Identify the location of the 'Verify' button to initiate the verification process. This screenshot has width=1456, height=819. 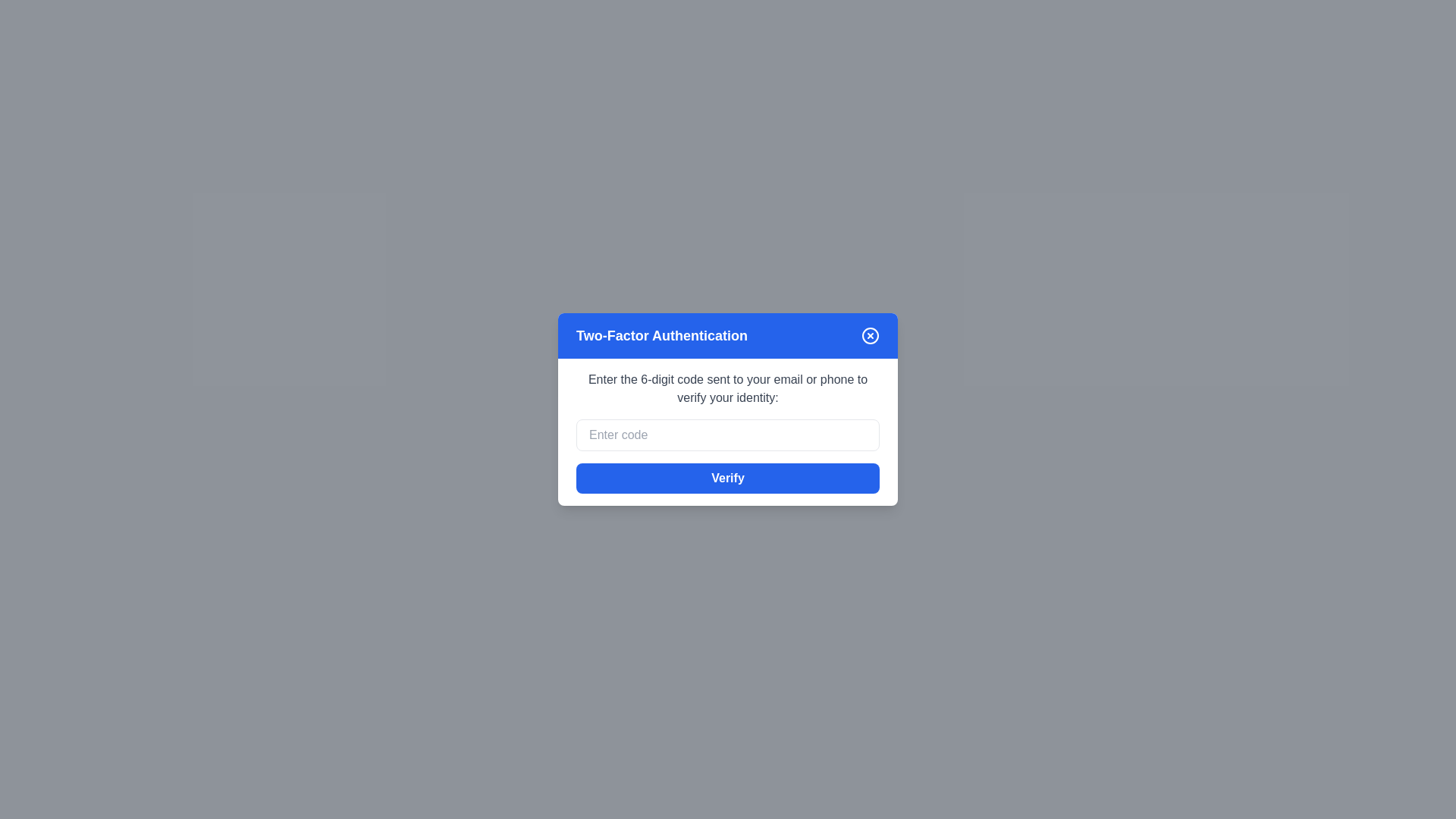
(728, 479).